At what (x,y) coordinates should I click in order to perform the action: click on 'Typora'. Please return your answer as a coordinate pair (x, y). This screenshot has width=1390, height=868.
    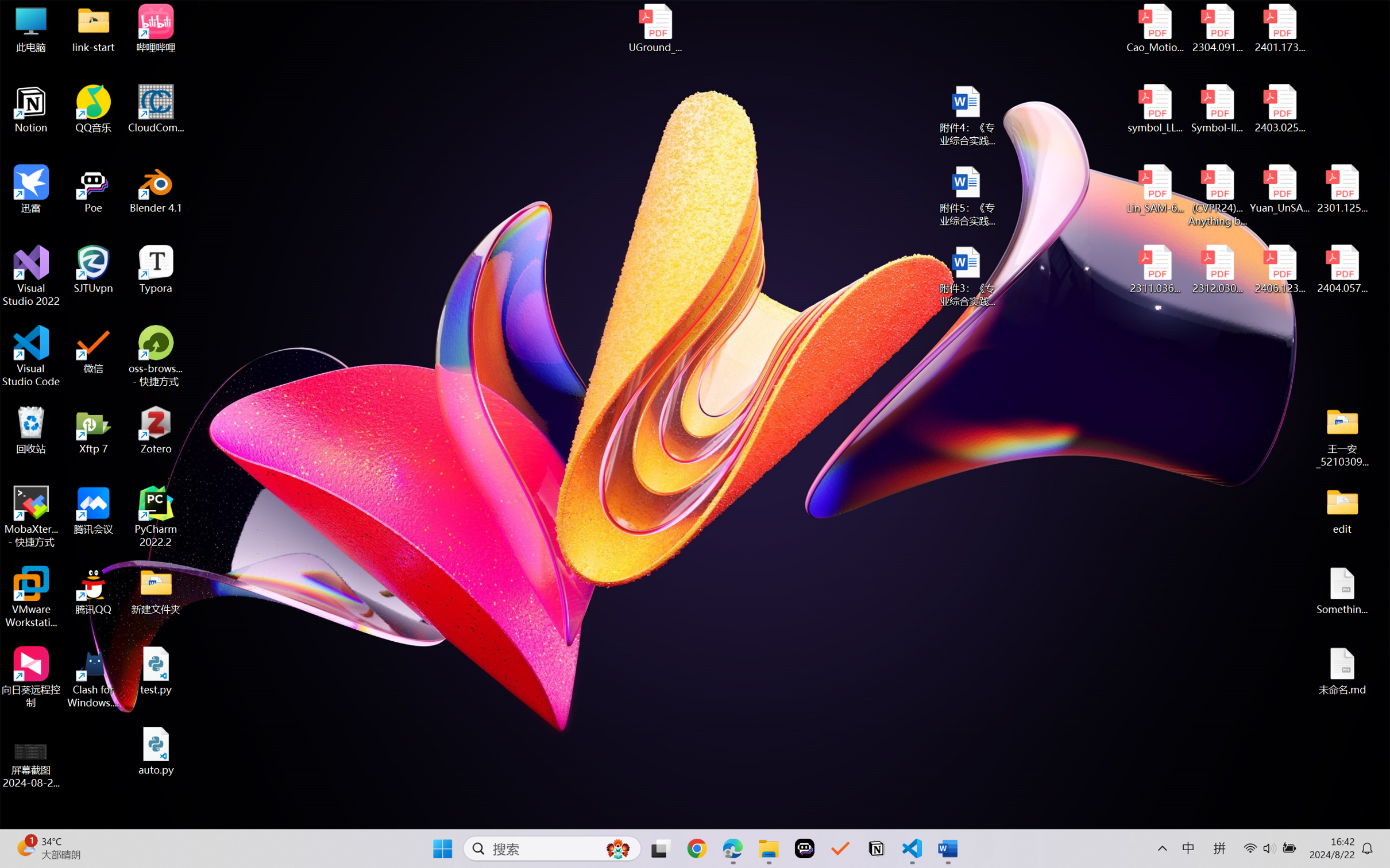
    Looking at the image, I should click on (156, 269).